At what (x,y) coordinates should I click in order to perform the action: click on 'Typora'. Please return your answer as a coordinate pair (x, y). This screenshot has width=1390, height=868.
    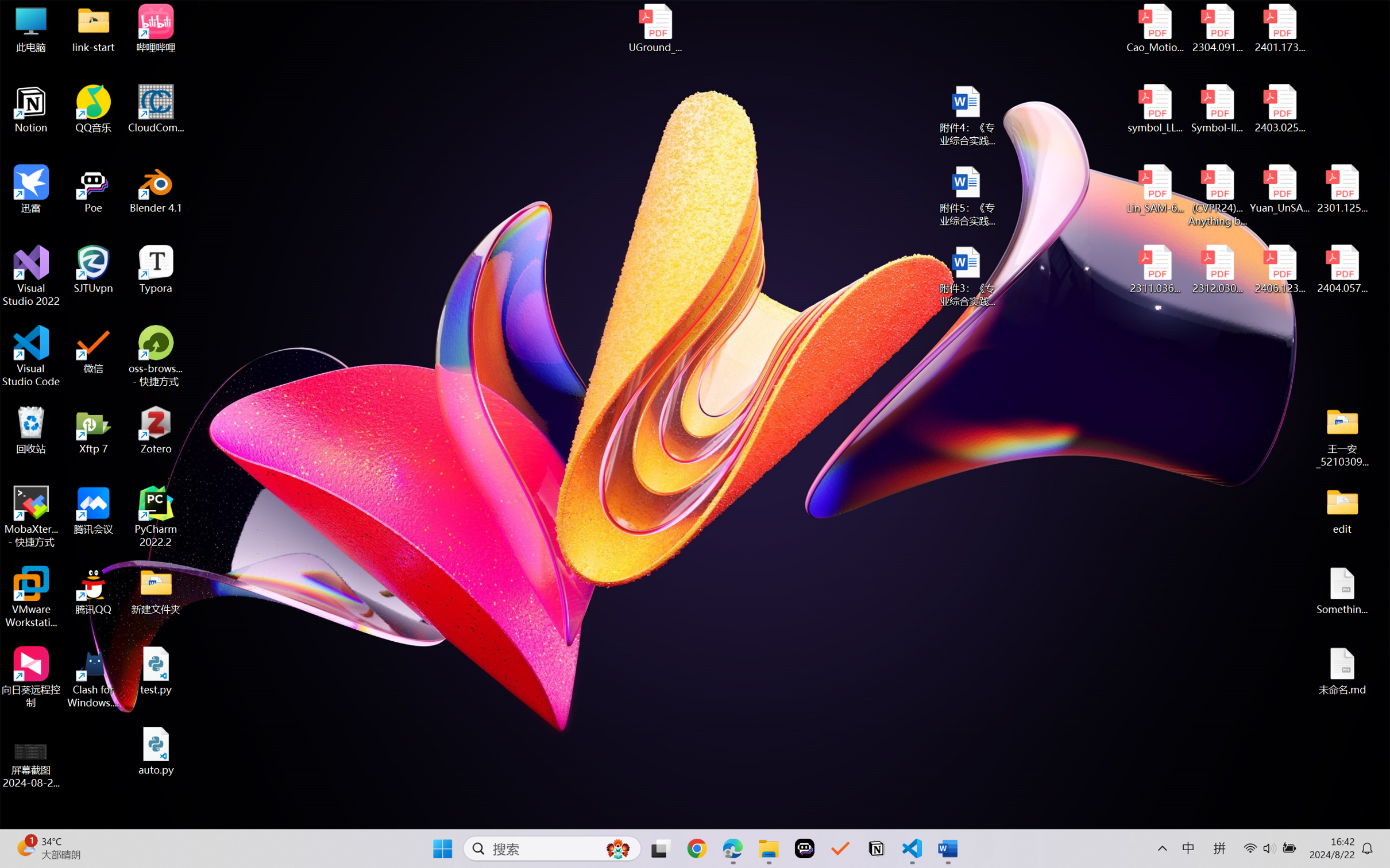
    Looking at the image, I should click on (156, 269).